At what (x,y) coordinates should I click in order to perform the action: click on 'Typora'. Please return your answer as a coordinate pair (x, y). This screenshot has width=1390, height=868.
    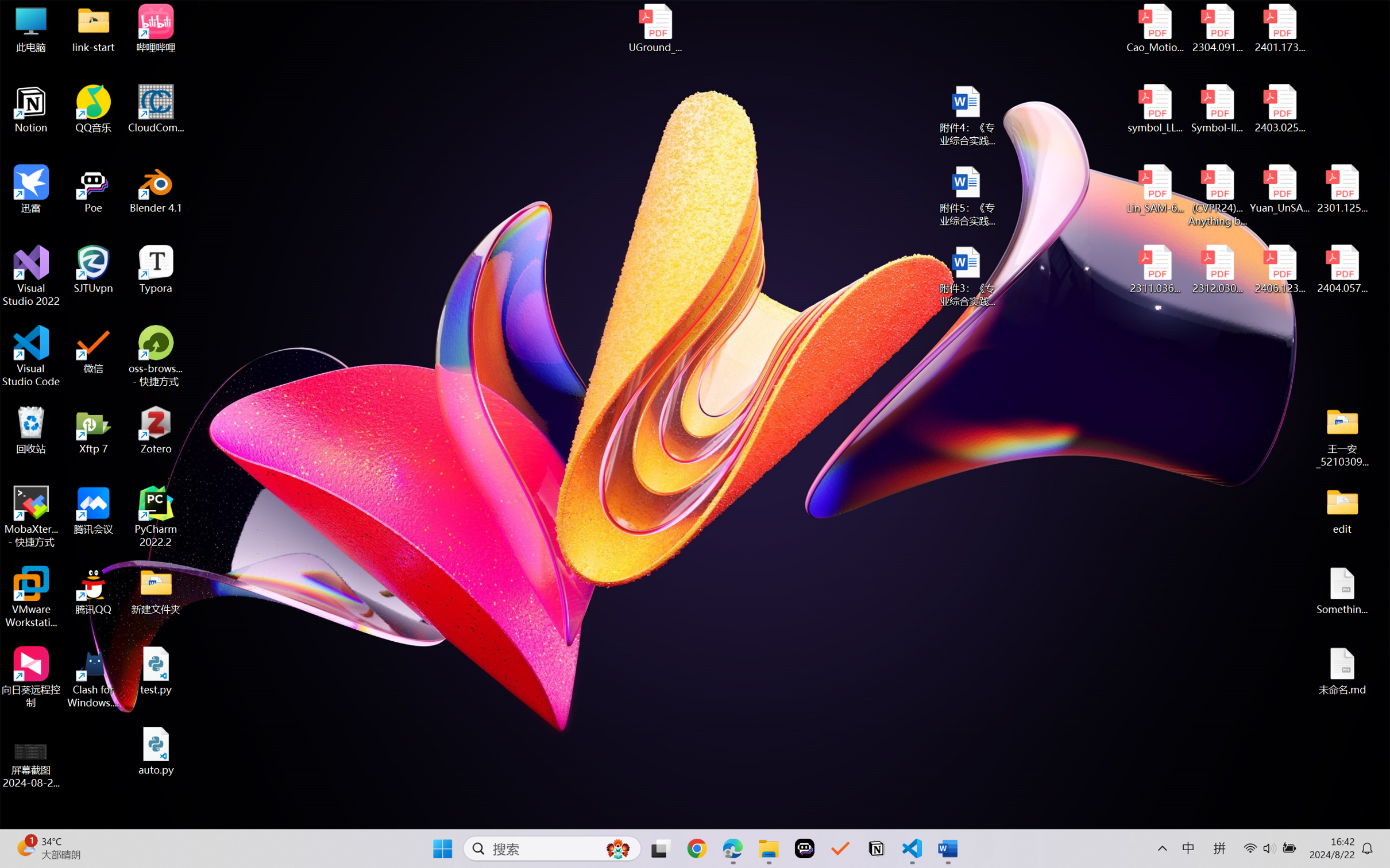
    Looking at the image, I should click on (156, 269).